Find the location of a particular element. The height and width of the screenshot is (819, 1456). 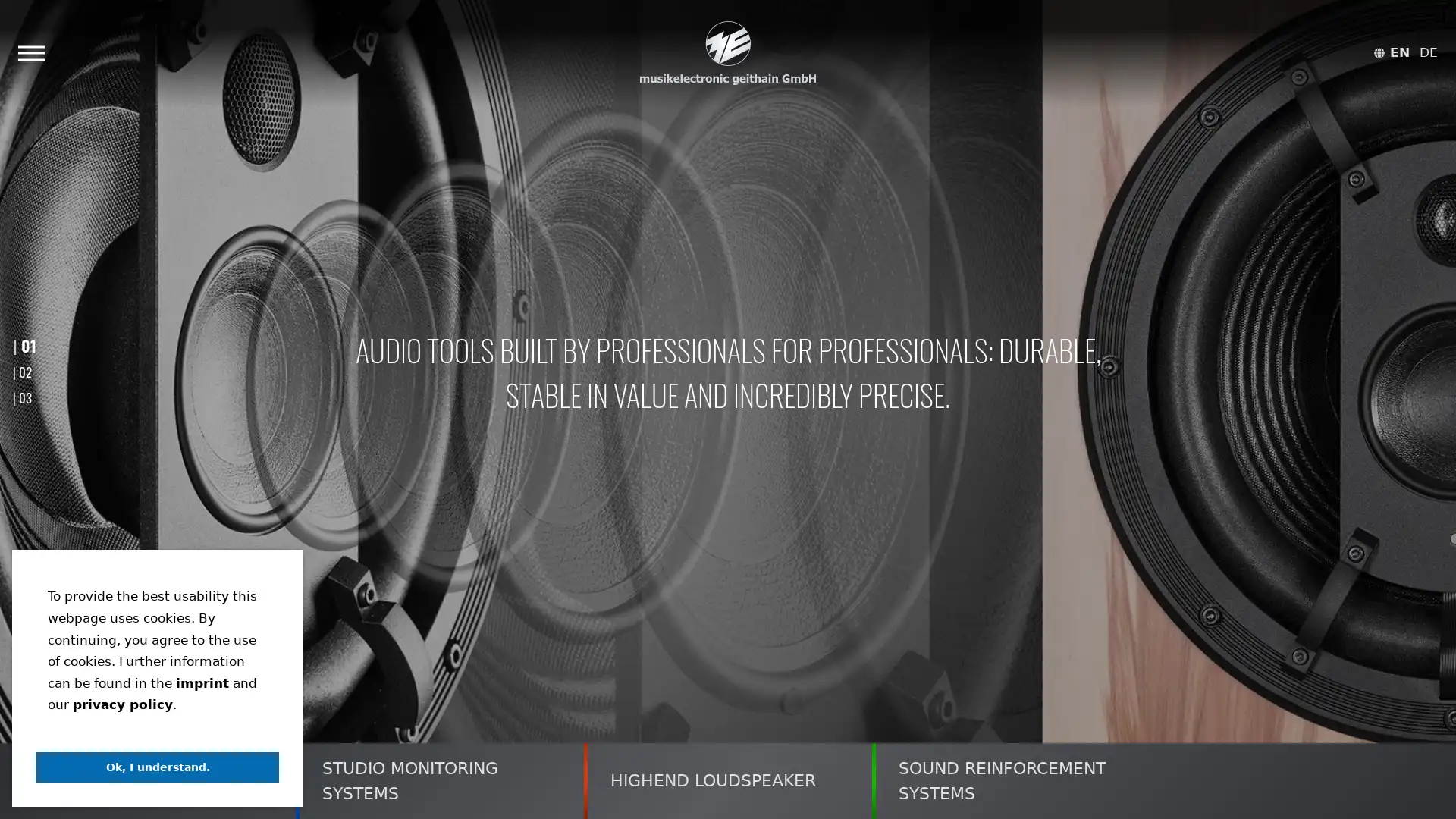

dismiss cookie message is located at coordinates (157, 767).